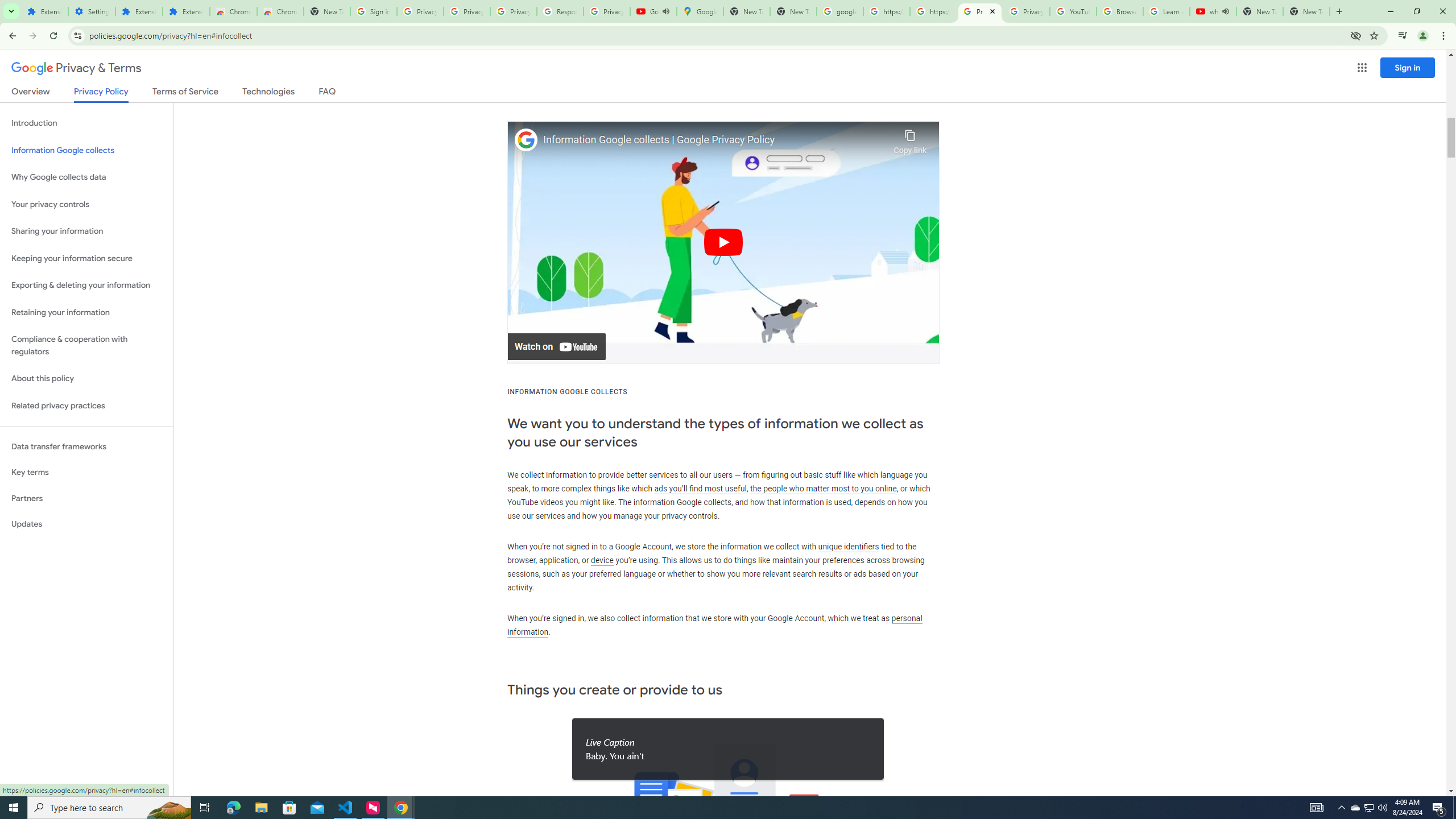 This screenshot has height=819, width=1456. I want to click on 'About this policy', so click(86, 379).